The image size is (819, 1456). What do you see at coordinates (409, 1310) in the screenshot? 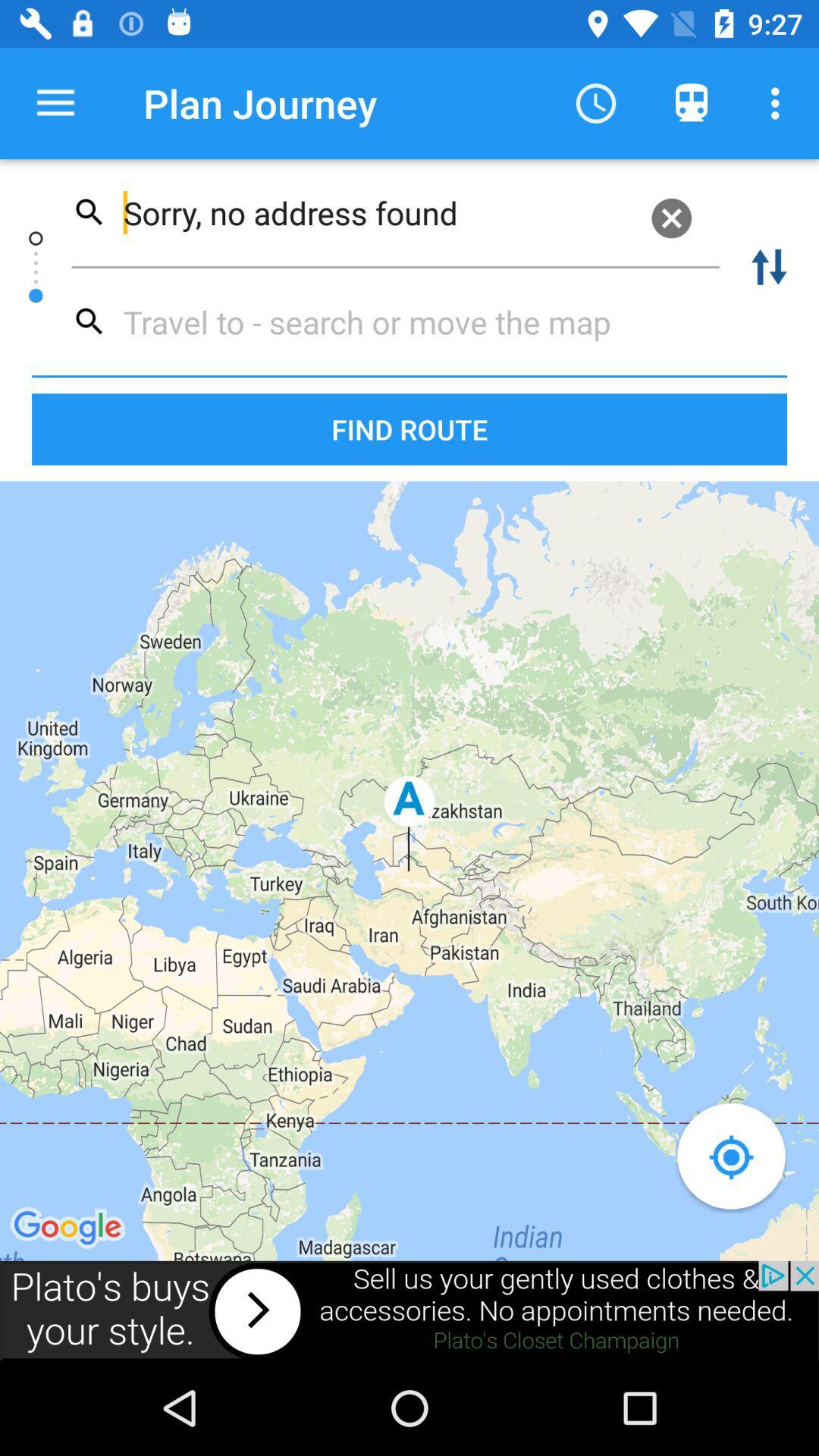
I see `open` at bounding box center [409, 1310].